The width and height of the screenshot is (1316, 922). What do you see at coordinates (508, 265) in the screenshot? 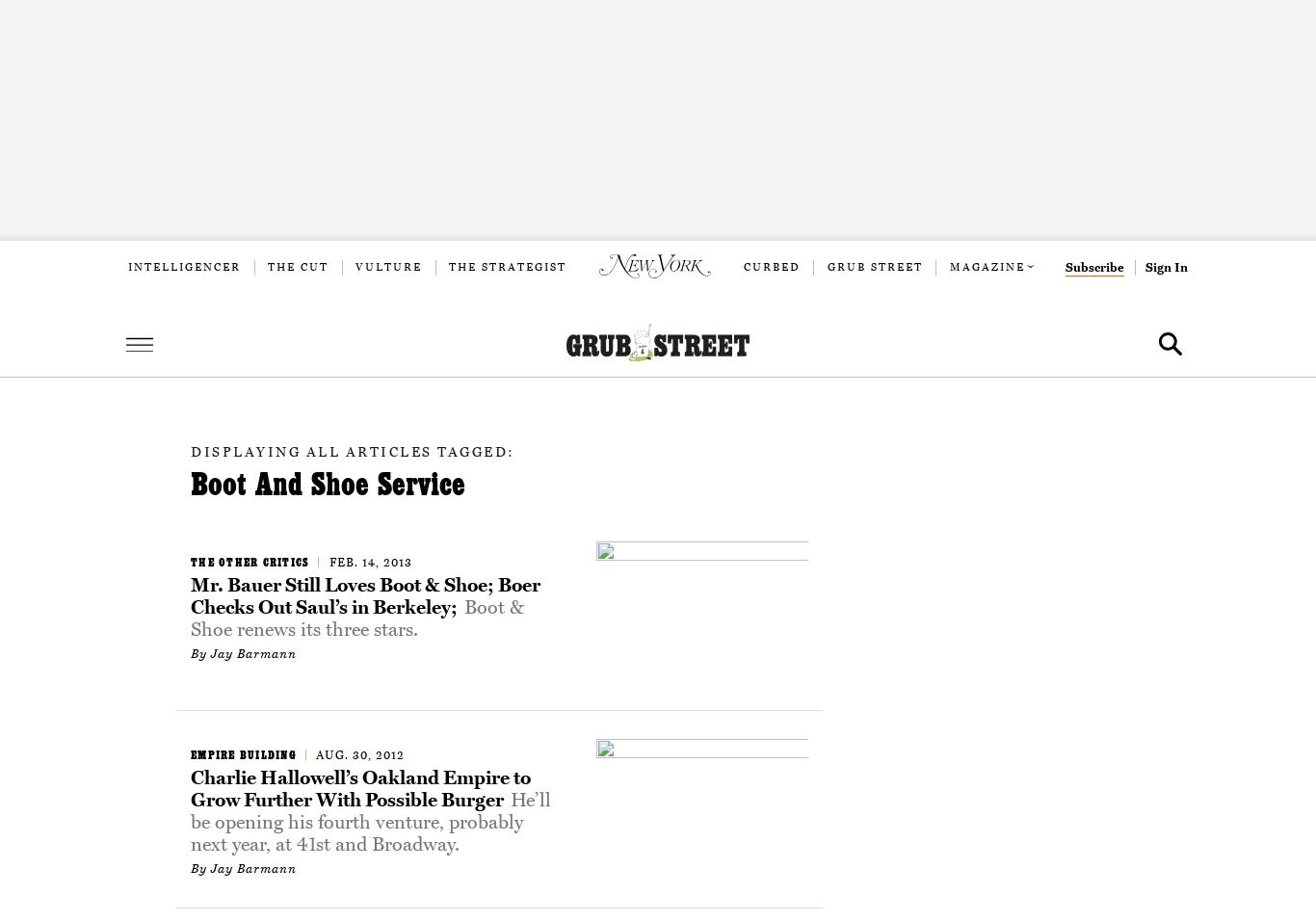
I see `'The Strategist'` at bounding box center [508, 265].